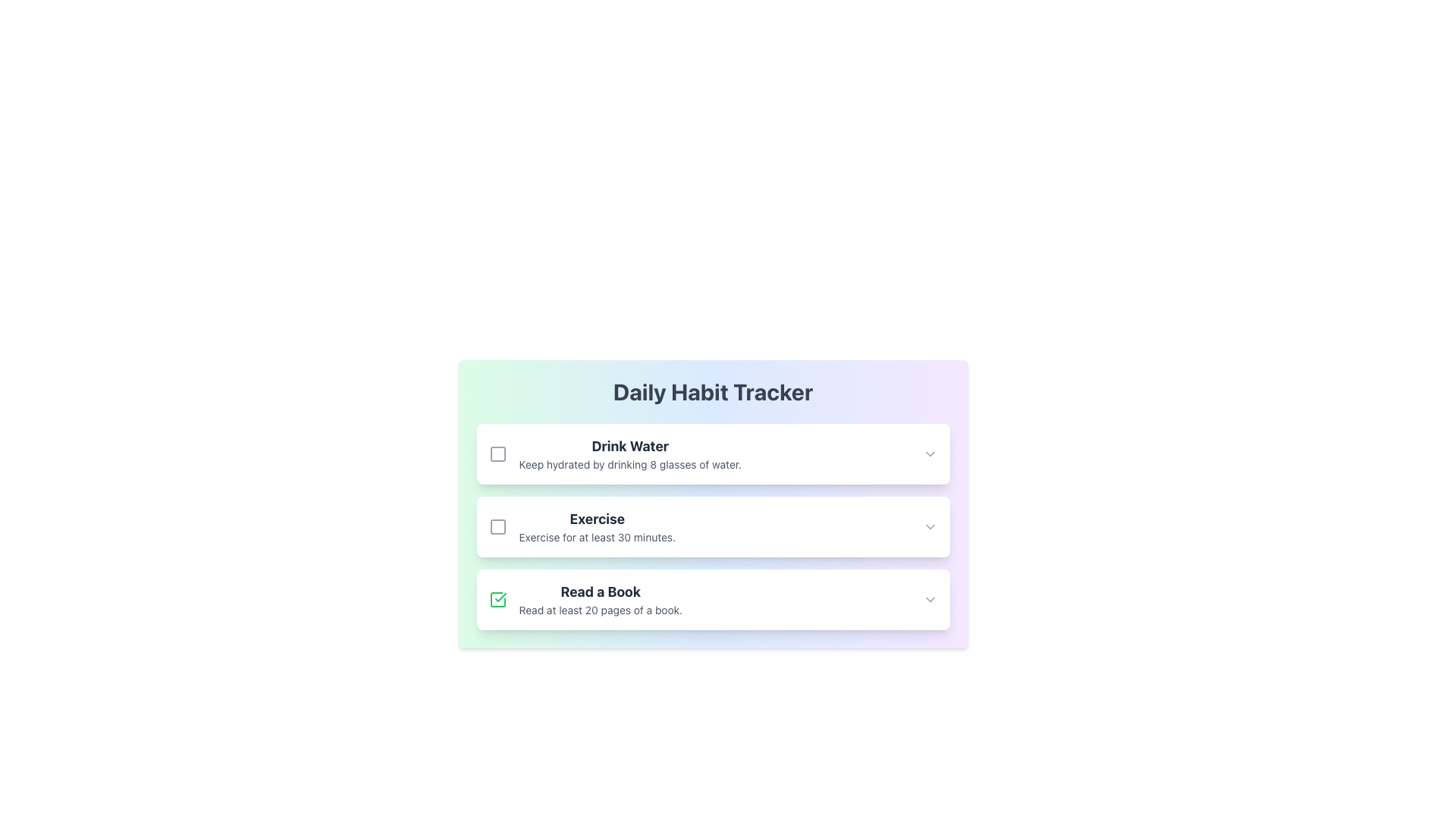 This screenshot has width=1456, height=819. What do you see at coordinates (600, 591) in the screenshot?
I see `the 'Read a Book' descriptive label, which is the first text line in a white card section of the Daily Habit Tracker, positioned above the subtext 'Read at least 20 pages of a book'` at bounding box center [600, 591].